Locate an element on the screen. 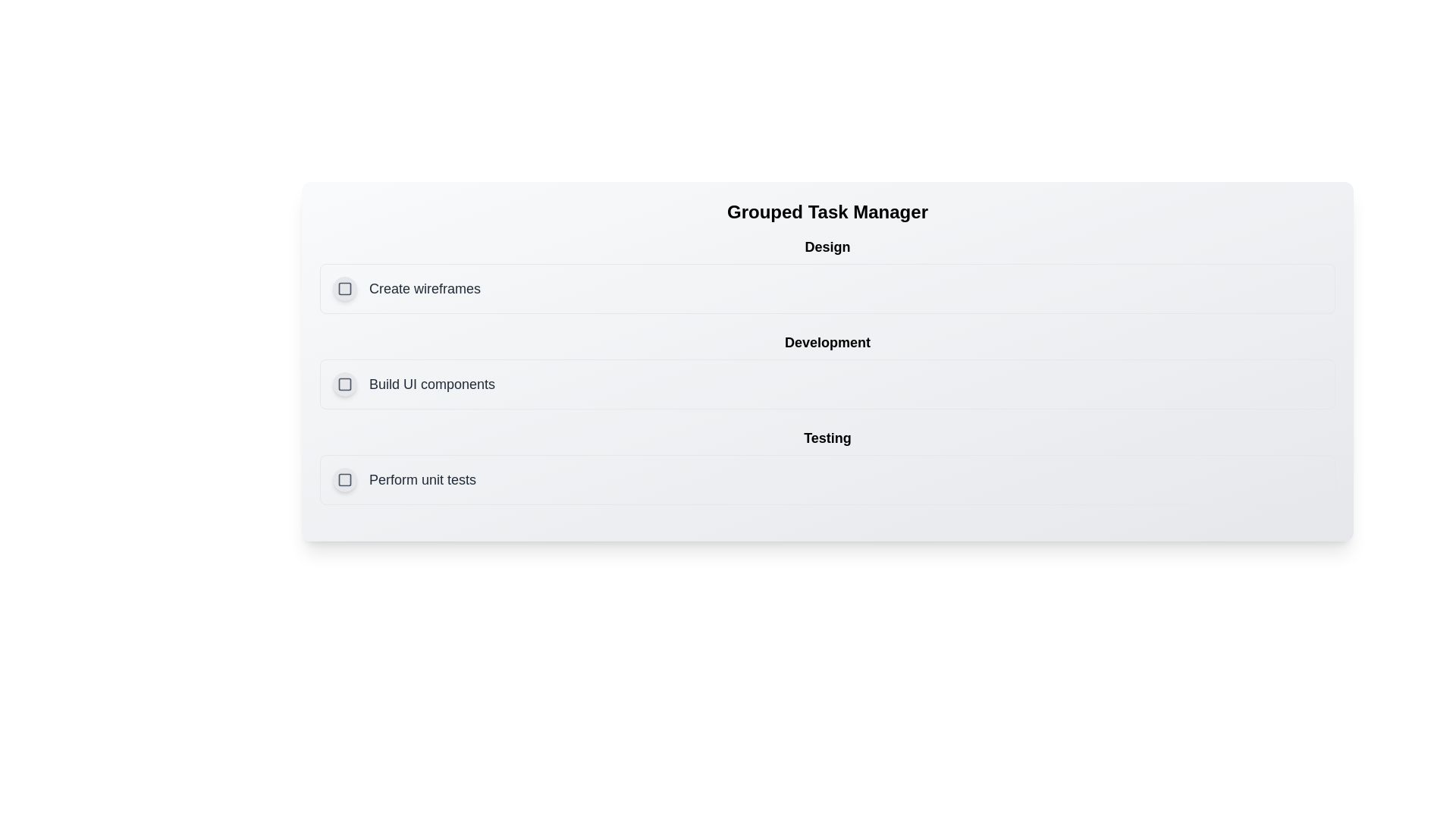 The height and width of the screenshot is (819, 1456). the checkbox or text labeled 'Perform unit tests' in the Testing category is located at coordinates (404, 479).